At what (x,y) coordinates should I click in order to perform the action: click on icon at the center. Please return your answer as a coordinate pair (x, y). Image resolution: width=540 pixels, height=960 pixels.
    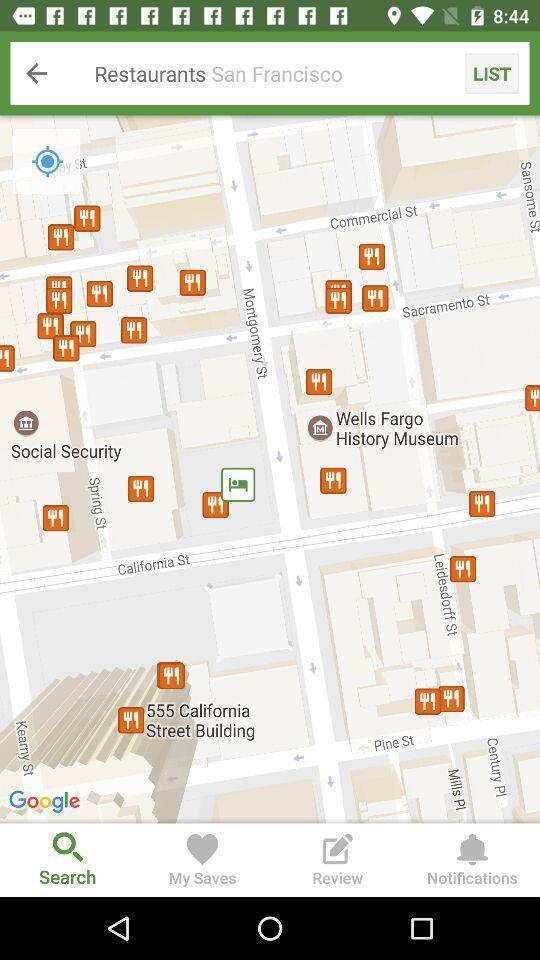
    Looking at the image, I should click on (270, 469).